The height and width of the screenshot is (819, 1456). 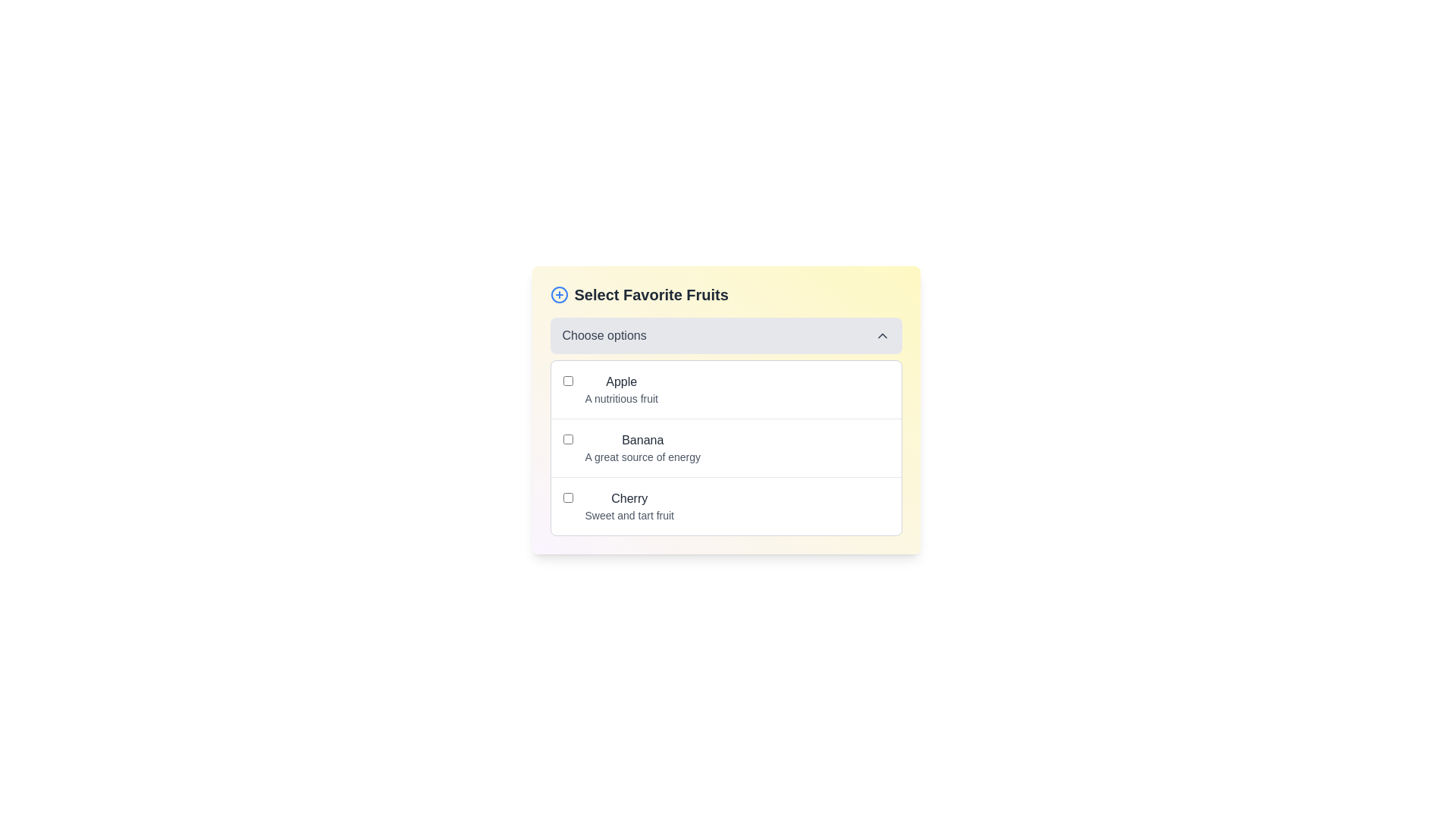 I want to click on the text label 'A nutritious fruit' which is styled in small, muted gray text and located under the main text 'Apple' in the 'Select Favorite Fruits' menu, so click(x=621, y=397).